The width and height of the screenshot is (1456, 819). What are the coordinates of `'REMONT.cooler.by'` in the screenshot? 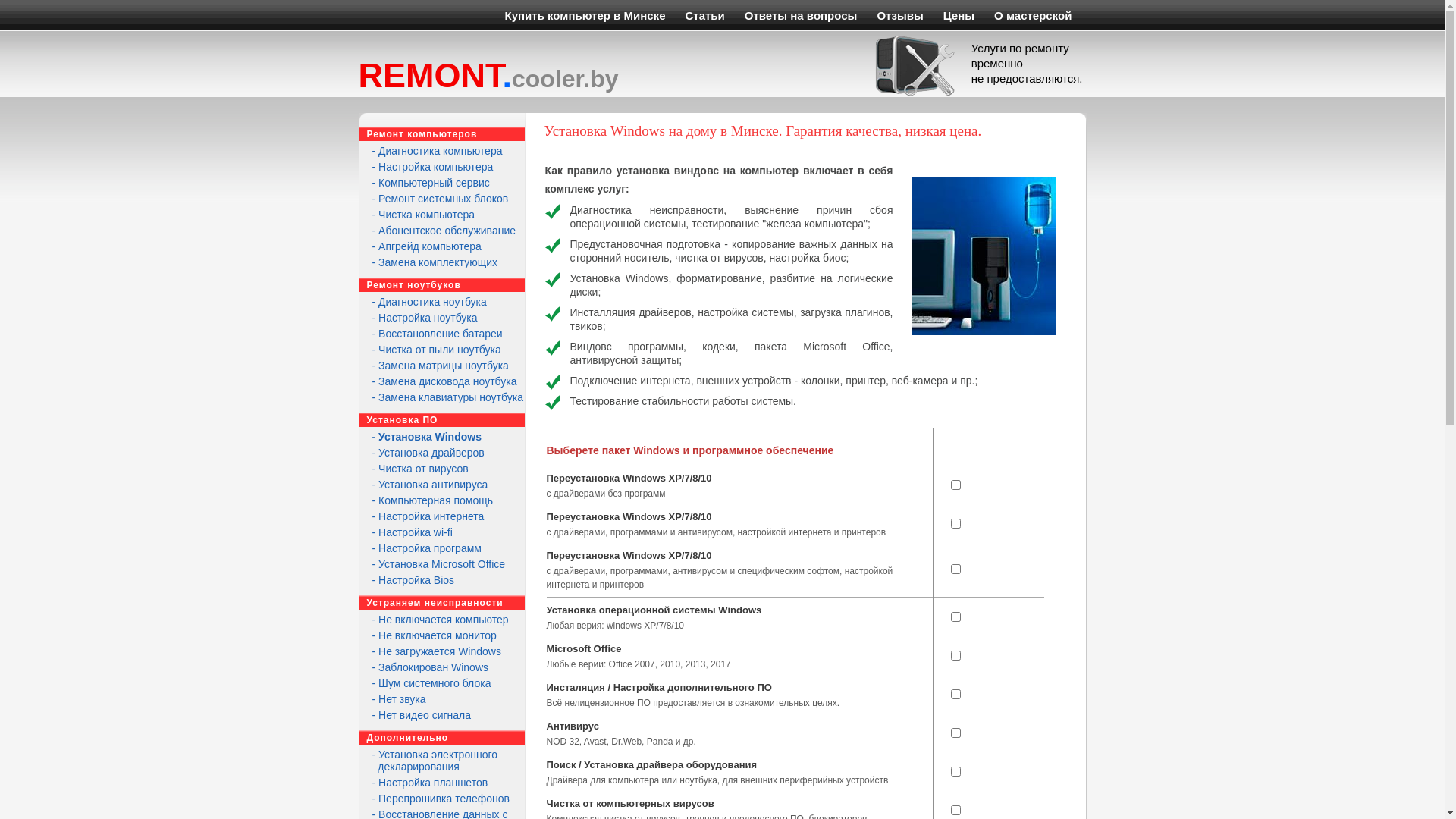 It's located at (488, 75).